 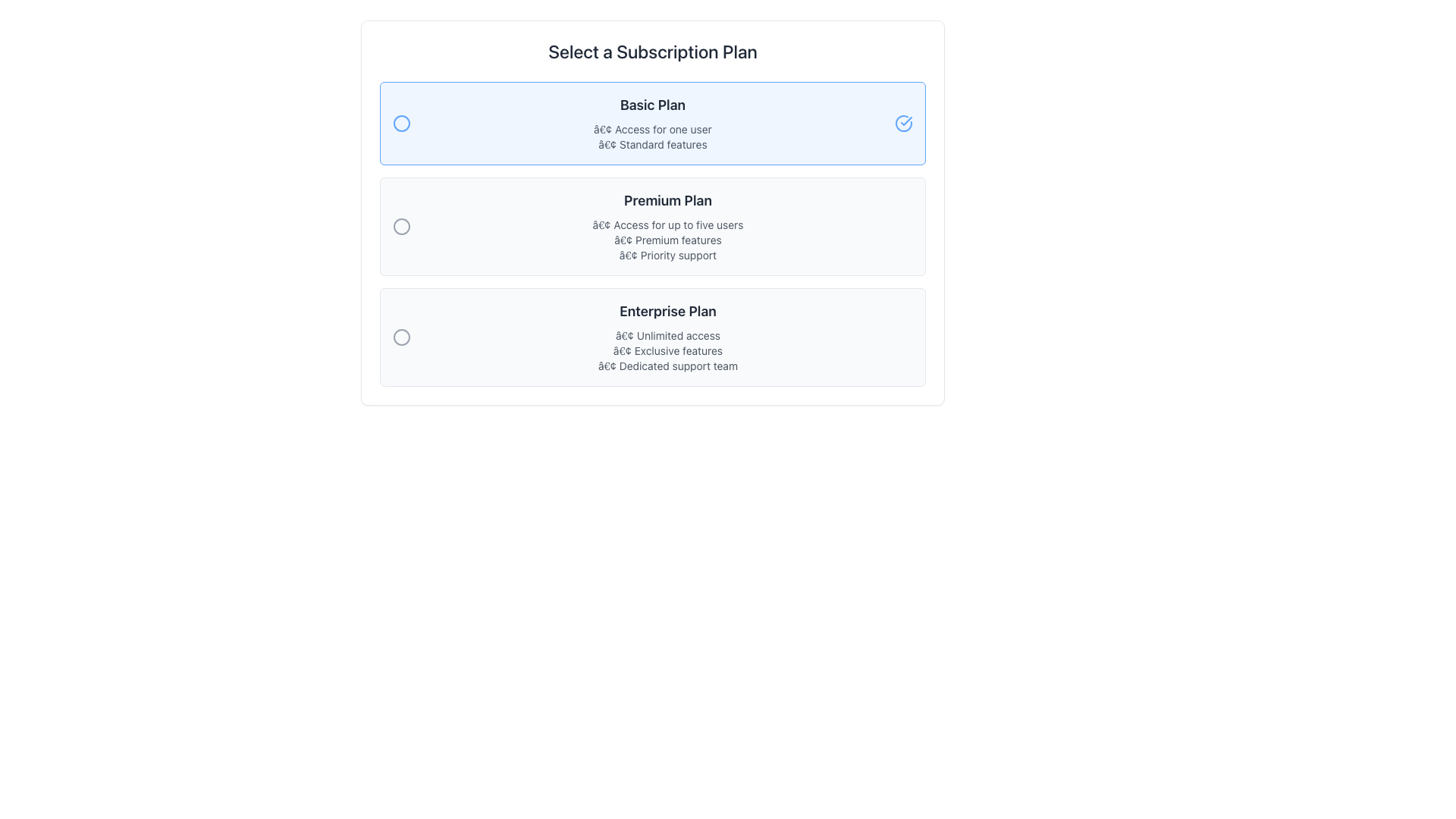 I want to click on the radio button for the 'Premium Plan' subscription option, which serves as a selectable indicator for this plan, so click(x=401, y=227).